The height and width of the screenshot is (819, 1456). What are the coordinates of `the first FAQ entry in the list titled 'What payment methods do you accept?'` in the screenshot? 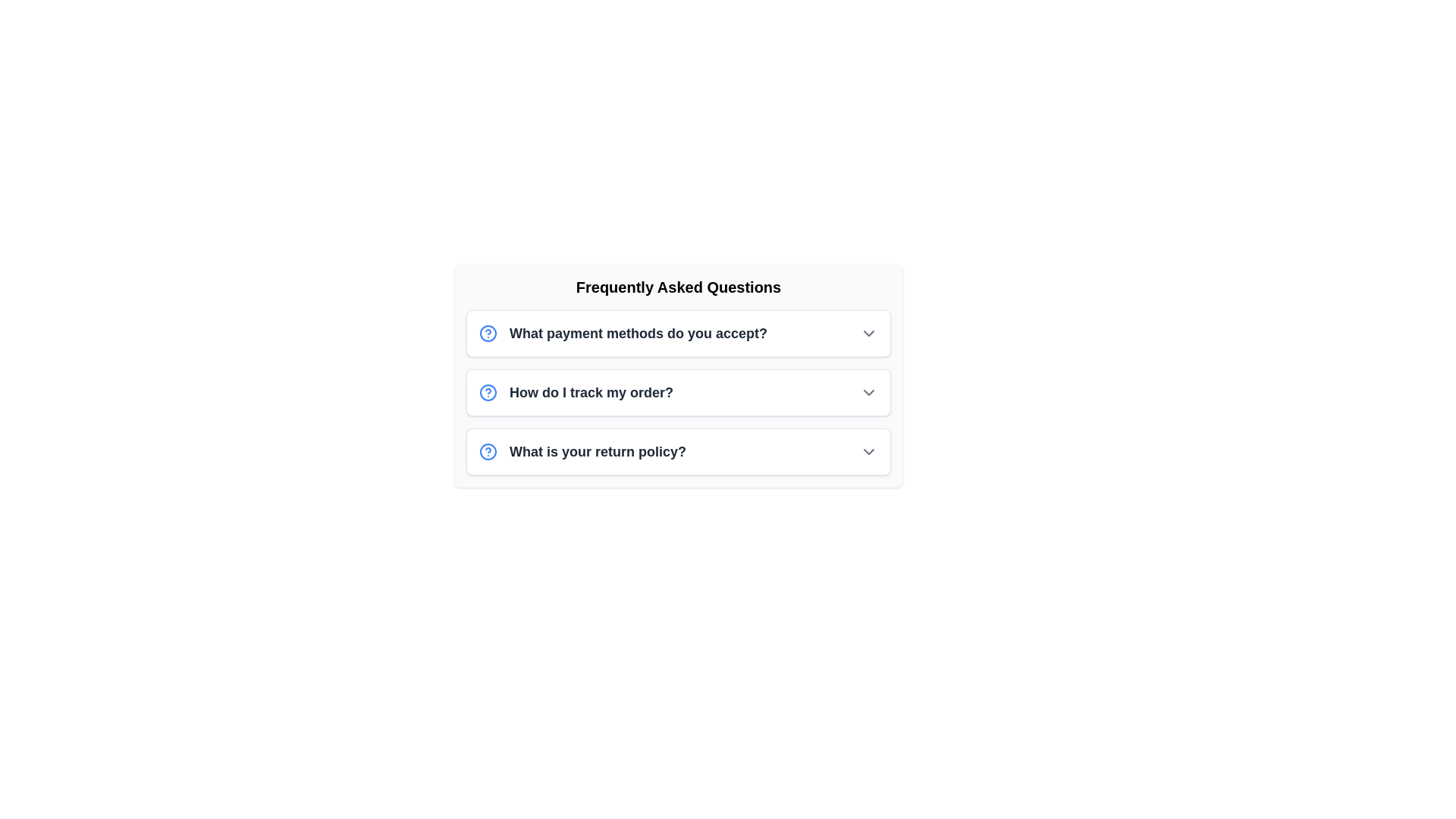 It's located at (677, 332).